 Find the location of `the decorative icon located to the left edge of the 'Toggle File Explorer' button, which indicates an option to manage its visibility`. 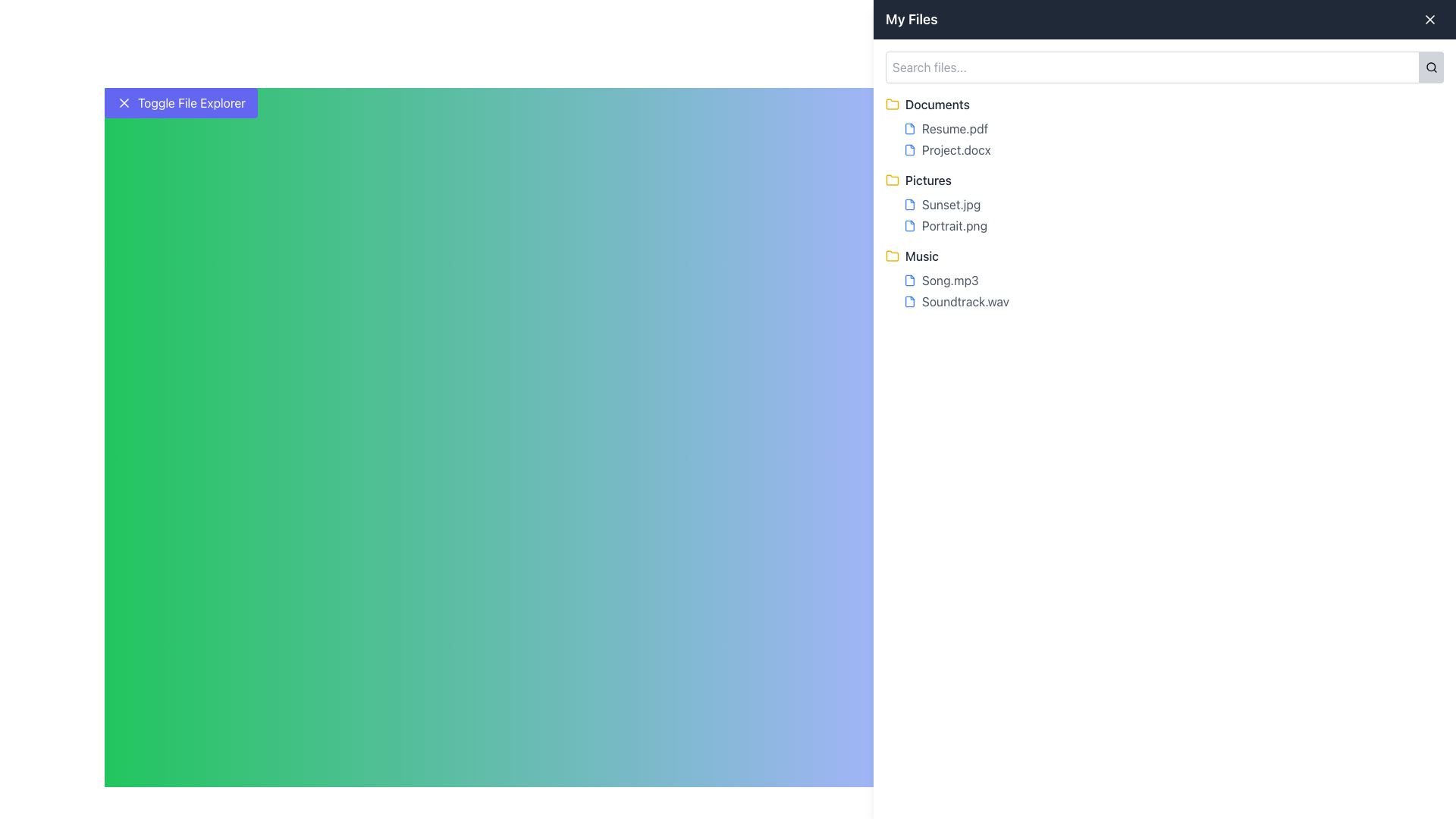

the decorative icon located to the left edge of the 'Toggle File Explorer' button, which indicates an option to manage its visibility is located at coordinates (124, 102).